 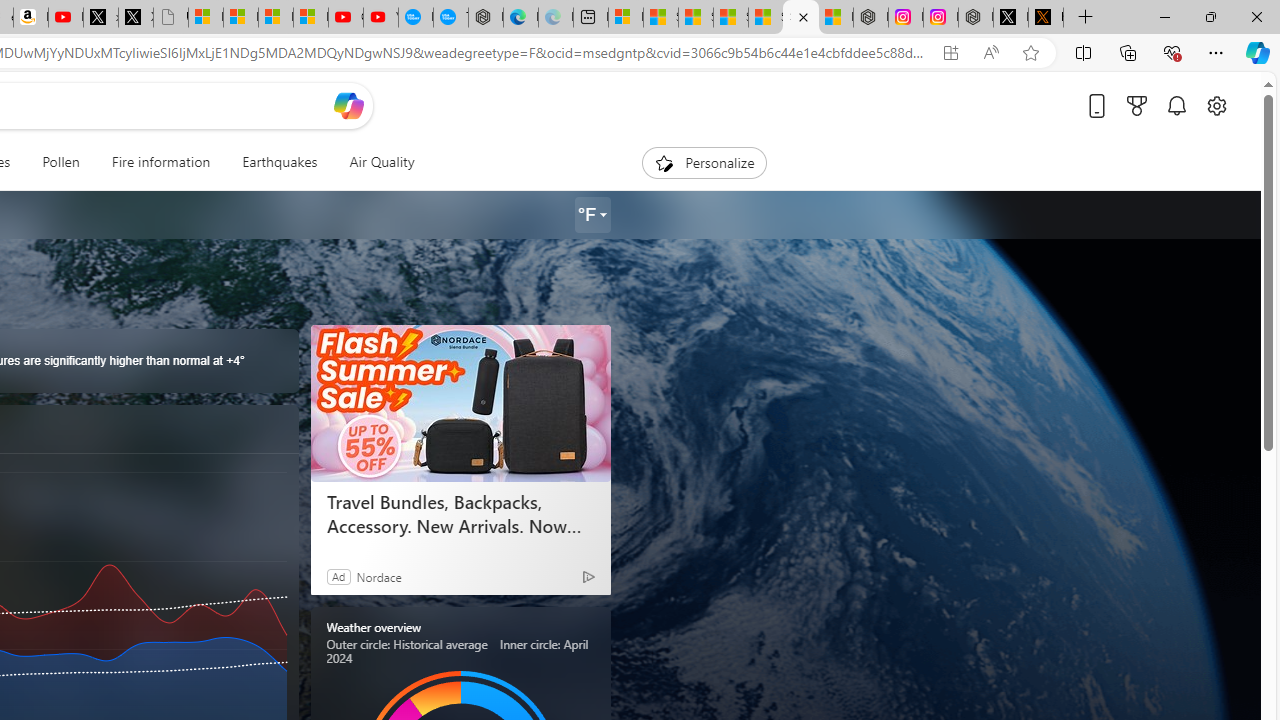 What do you see at coordinates (60, 162) in the screenshot?
I see `'Pollen'` at bounding box center [60, 162].